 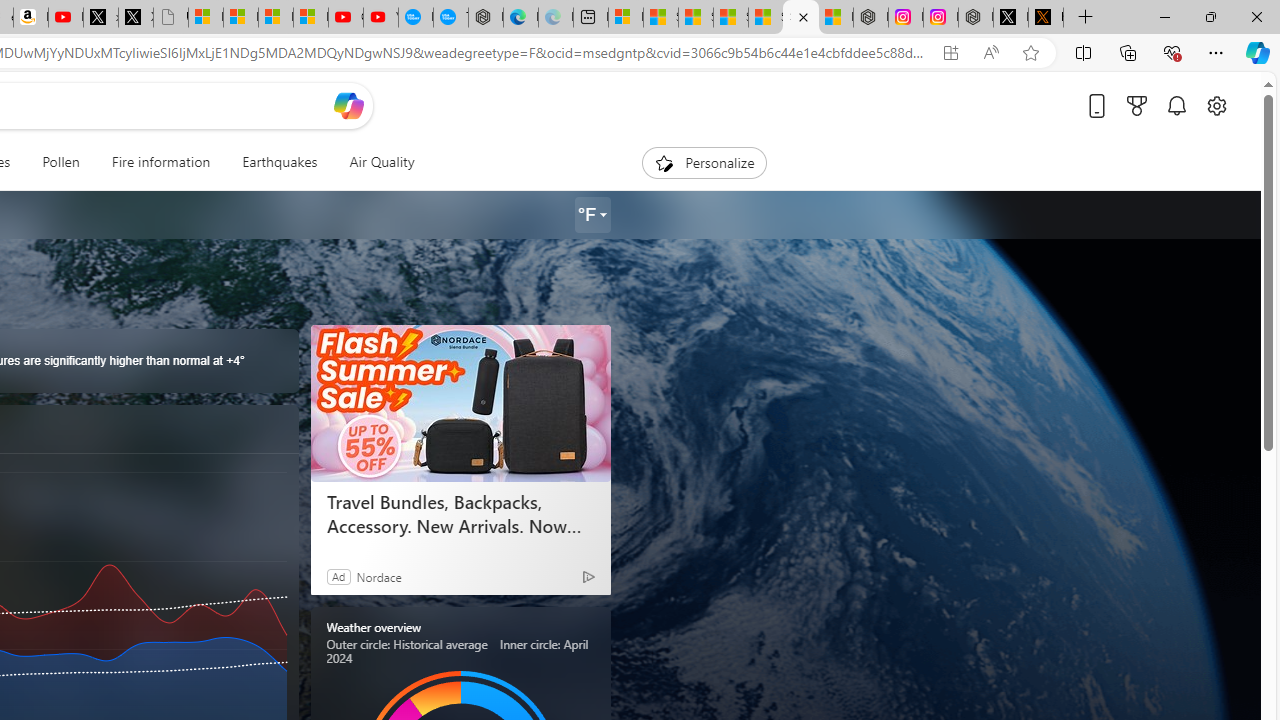 What do you see at coordinates (60, 162) in the screenshot?
I see `'Pollen'` at bounding box center [60, 162].